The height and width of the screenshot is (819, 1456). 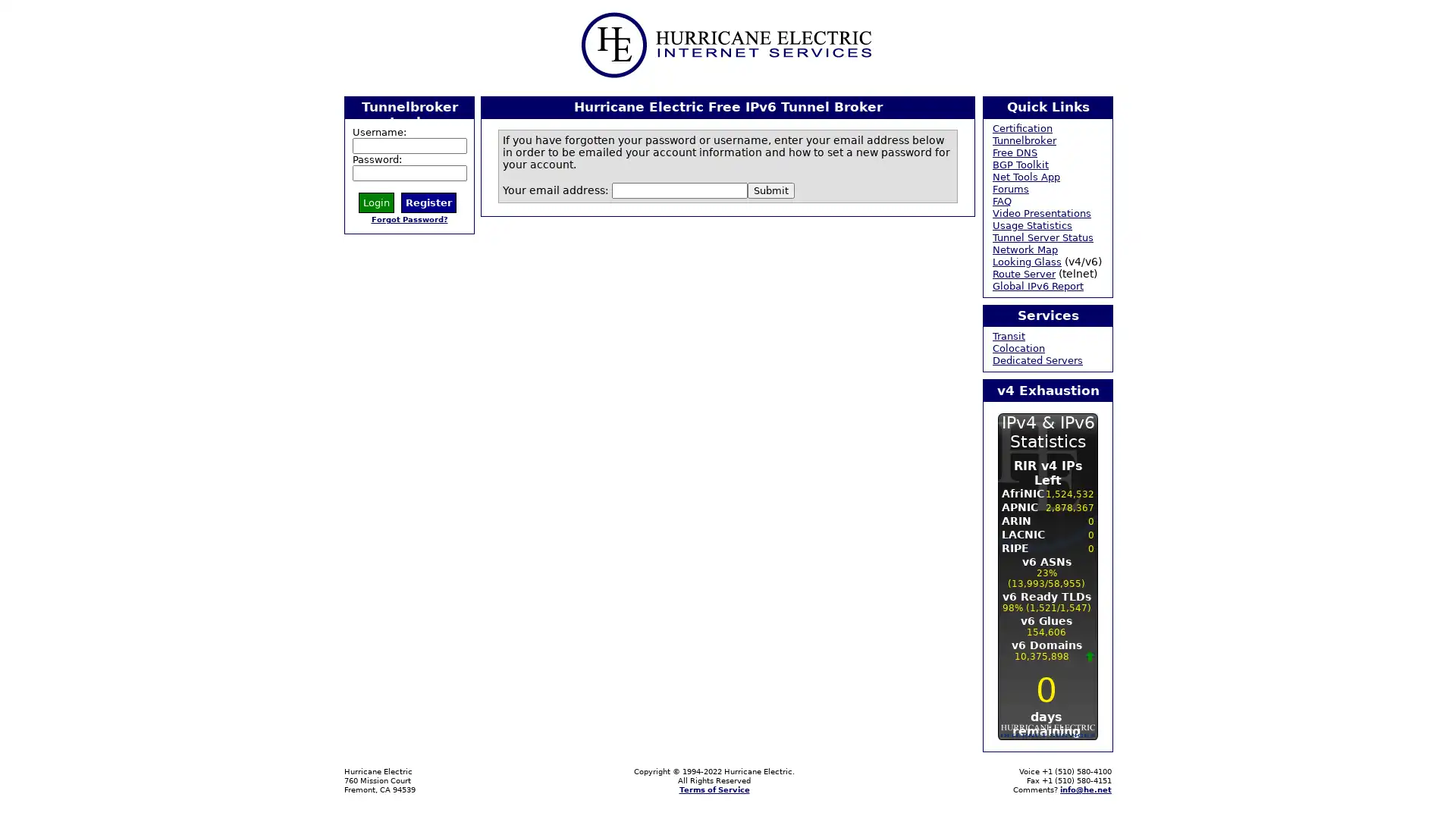 I want to click on Login, so click(x=376, y=201).